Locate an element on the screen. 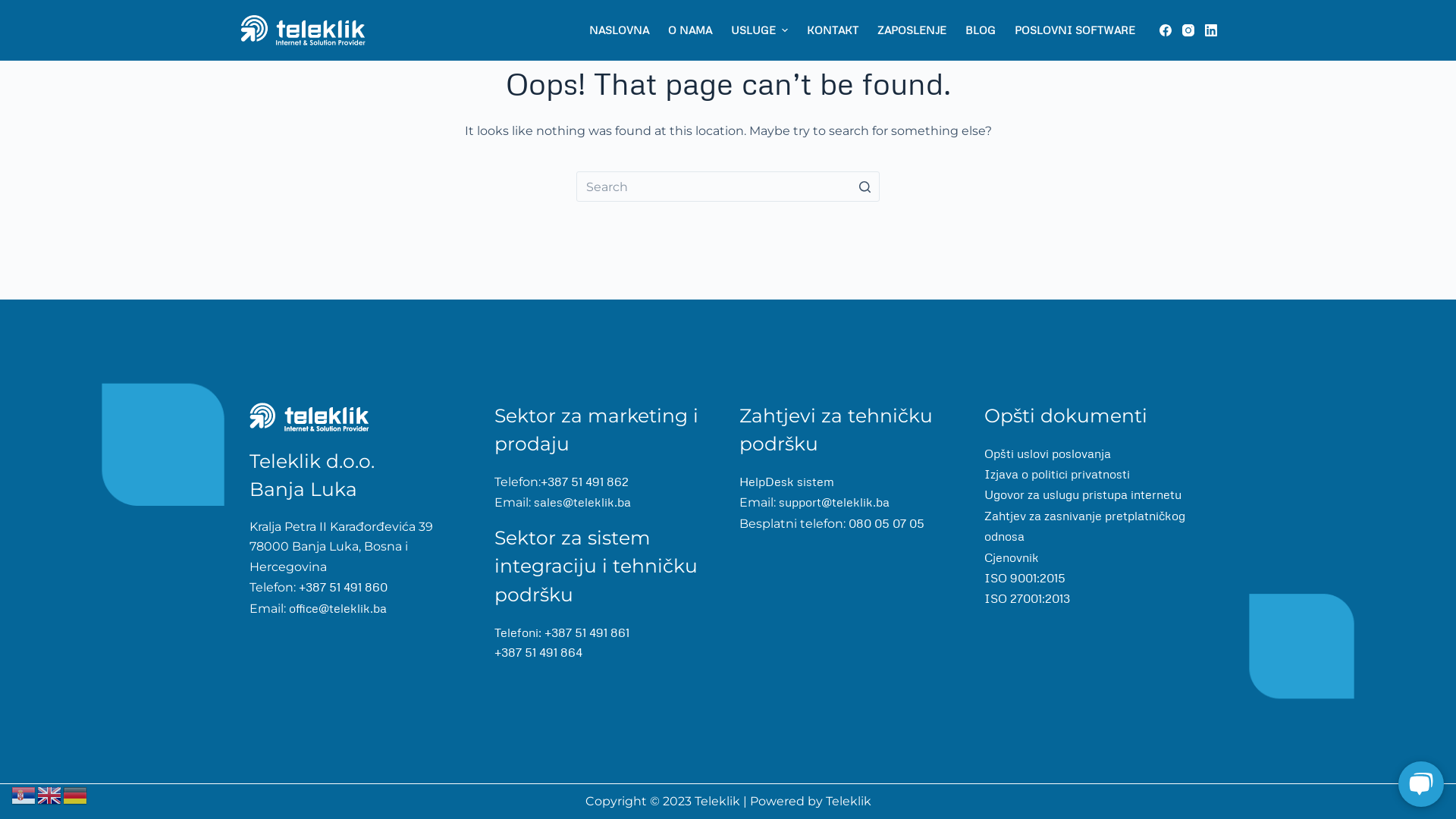 The width and height of the screenshot is (1456, 819). 'BLOG' is located at coordinates (980, 30).